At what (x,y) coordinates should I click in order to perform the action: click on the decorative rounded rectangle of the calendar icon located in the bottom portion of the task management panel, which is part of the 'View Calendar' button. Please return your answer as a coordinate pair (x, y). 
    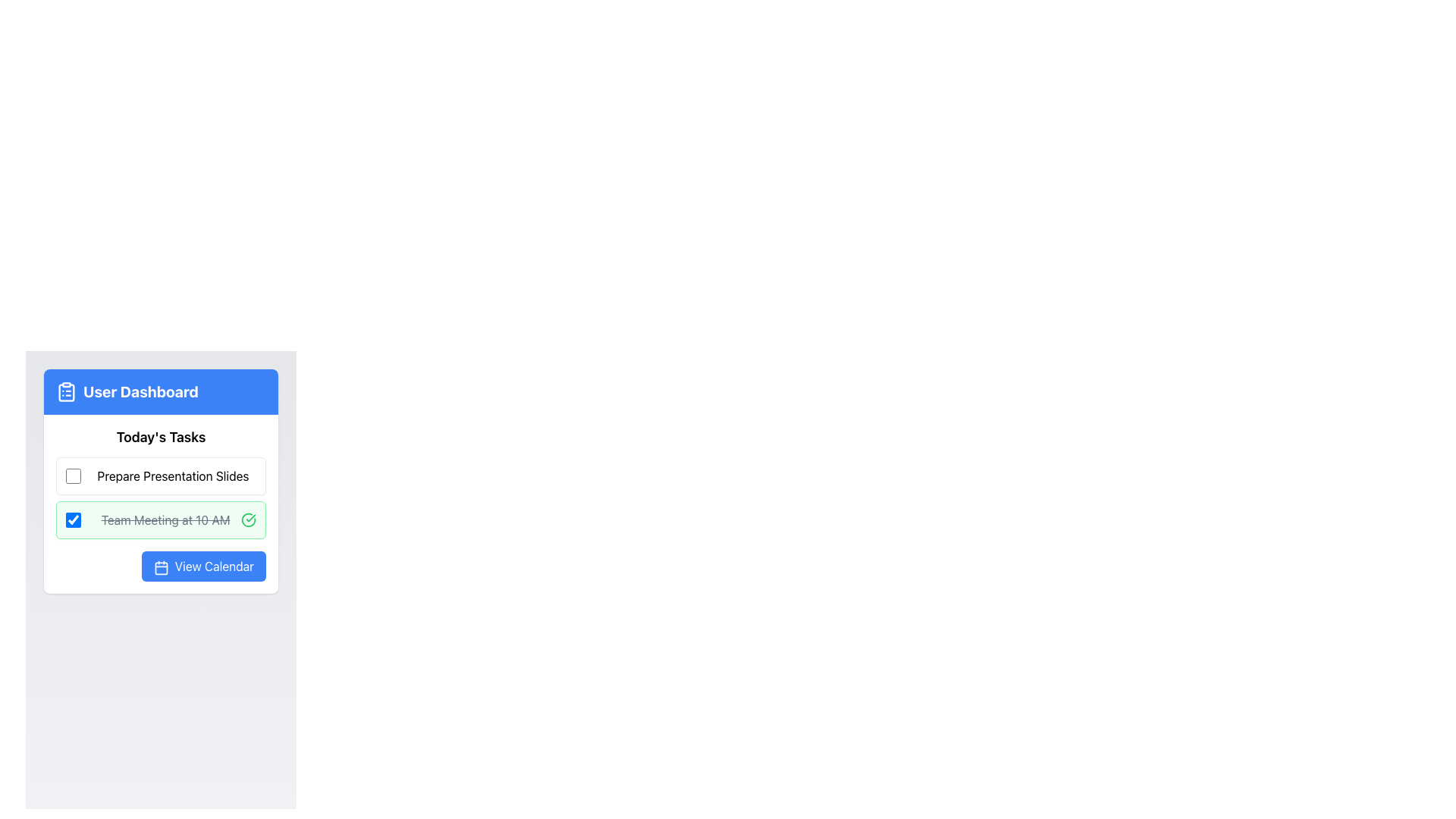
    Looking at the image, I should click on (161, 568).